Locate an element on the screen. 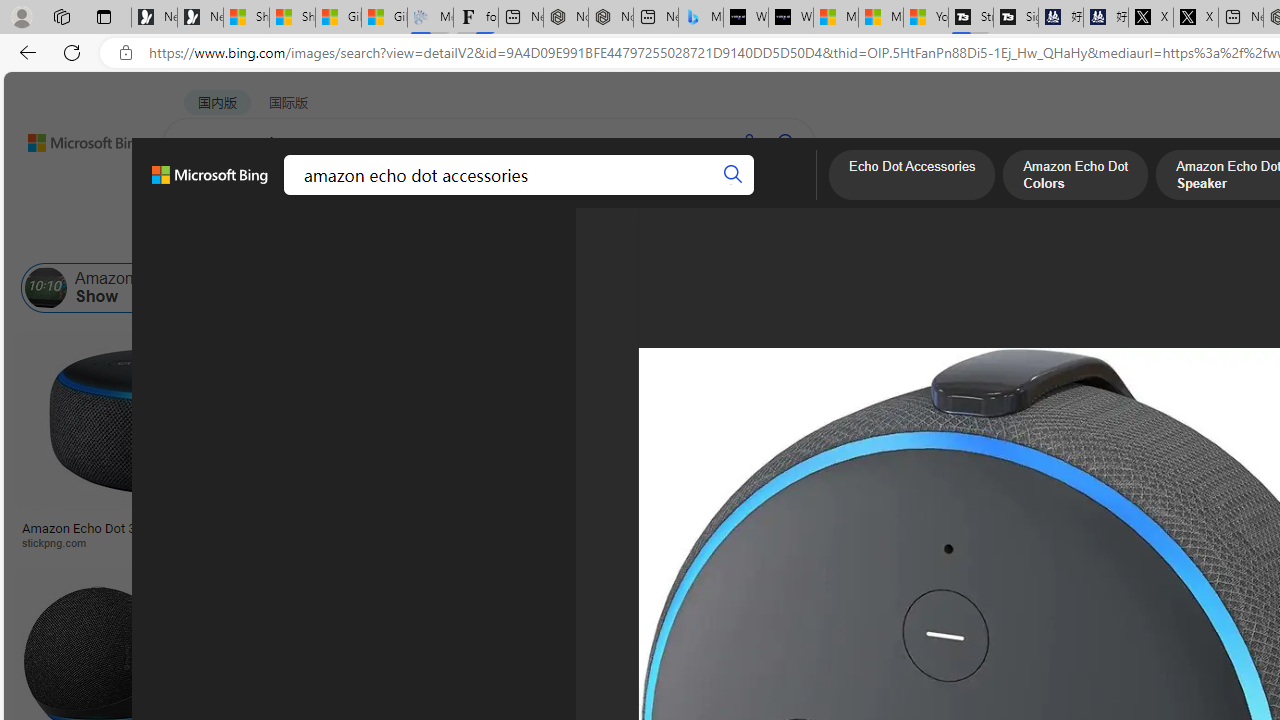 The image size is (1280, 720). 'Amazon Echo Show' is located at coordinates (46, 288).